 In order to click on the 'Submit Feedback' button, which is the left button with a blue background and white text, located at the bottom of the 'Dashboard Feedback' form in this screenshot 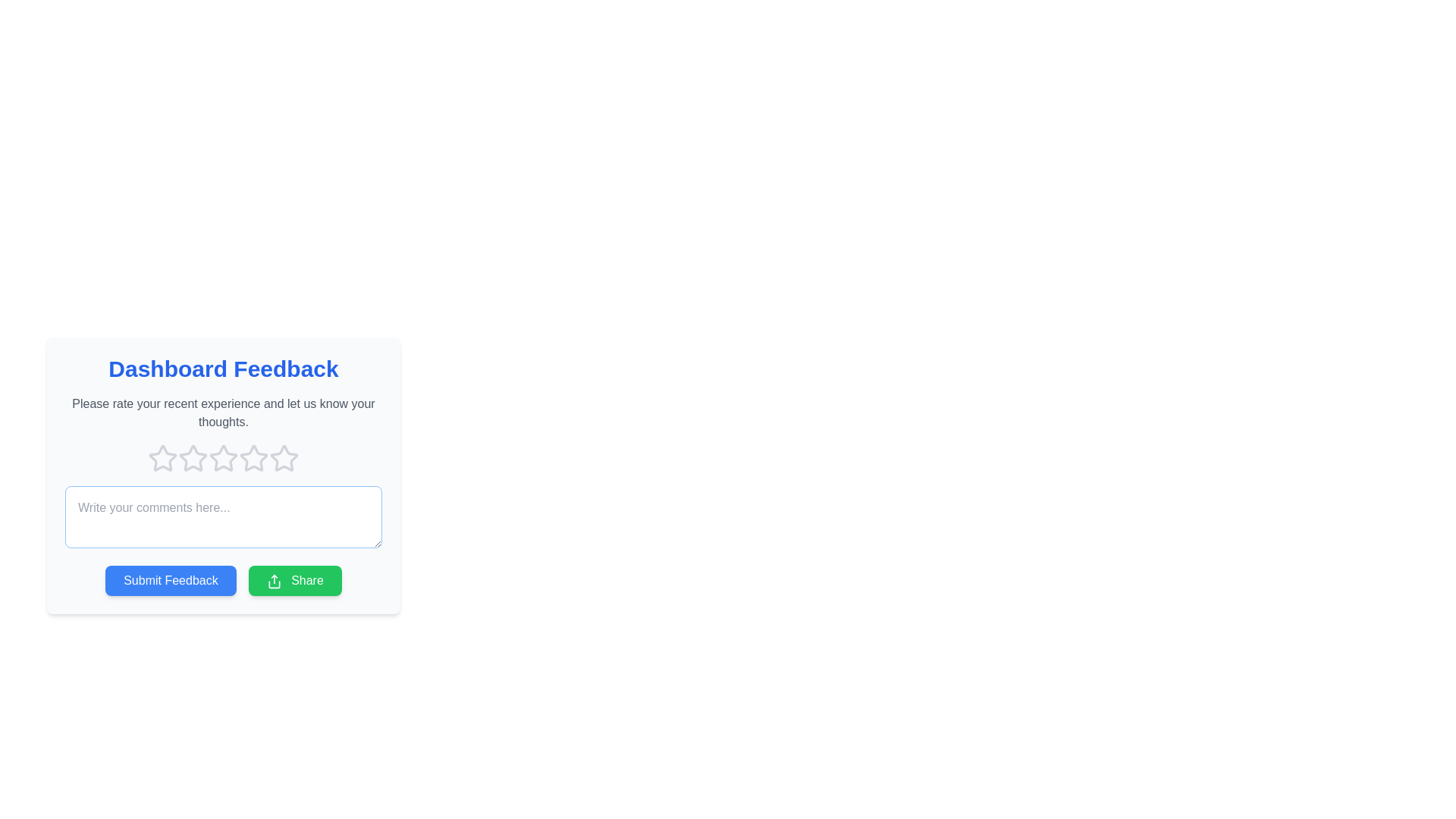, I will do `click(222, 580)`.